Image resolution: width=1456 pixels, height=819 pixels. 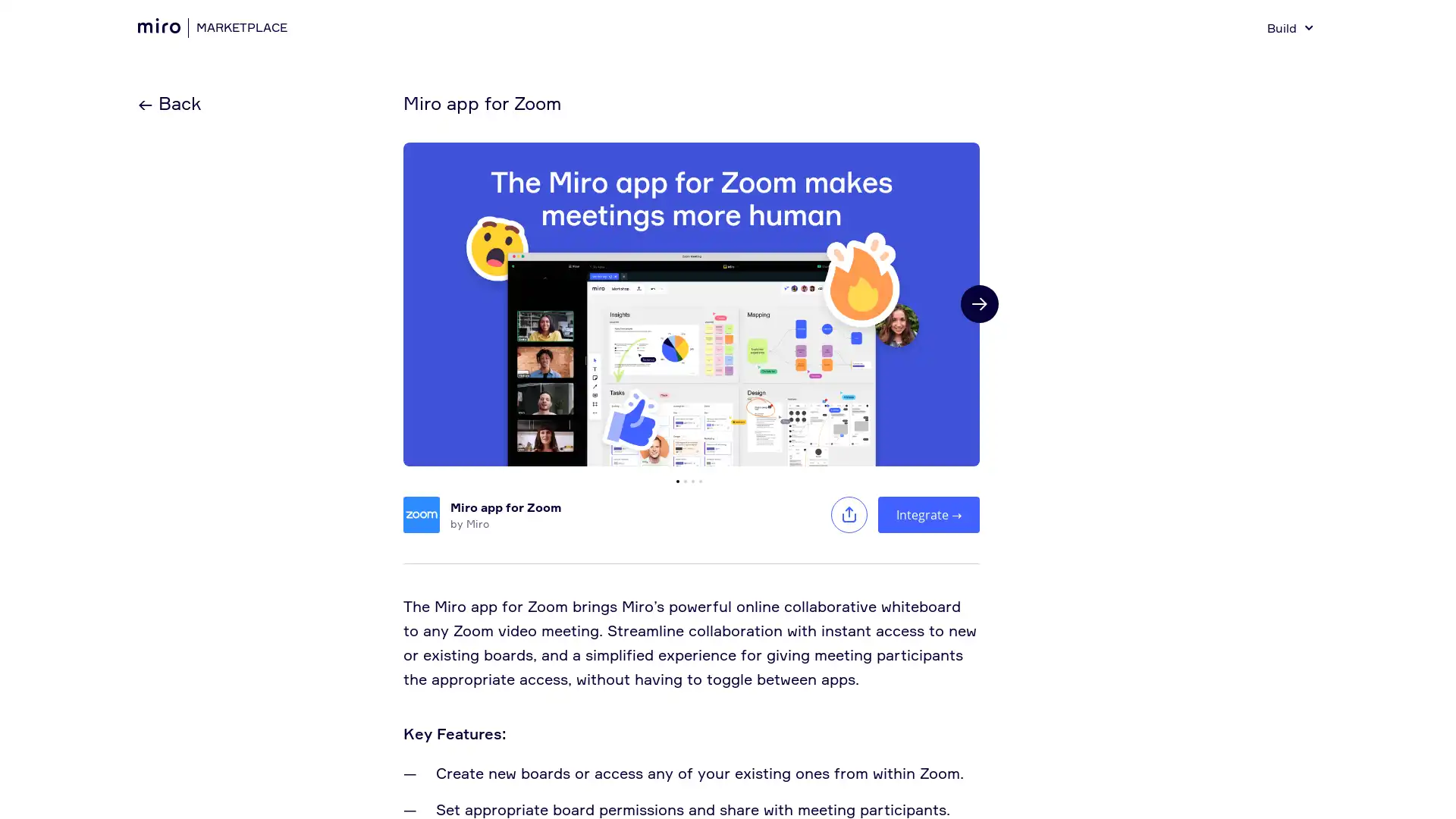 What do you see at coordinates (700, 480) in the screenshot?
I see `Go to slide 4` at bounding box center [700, 480].